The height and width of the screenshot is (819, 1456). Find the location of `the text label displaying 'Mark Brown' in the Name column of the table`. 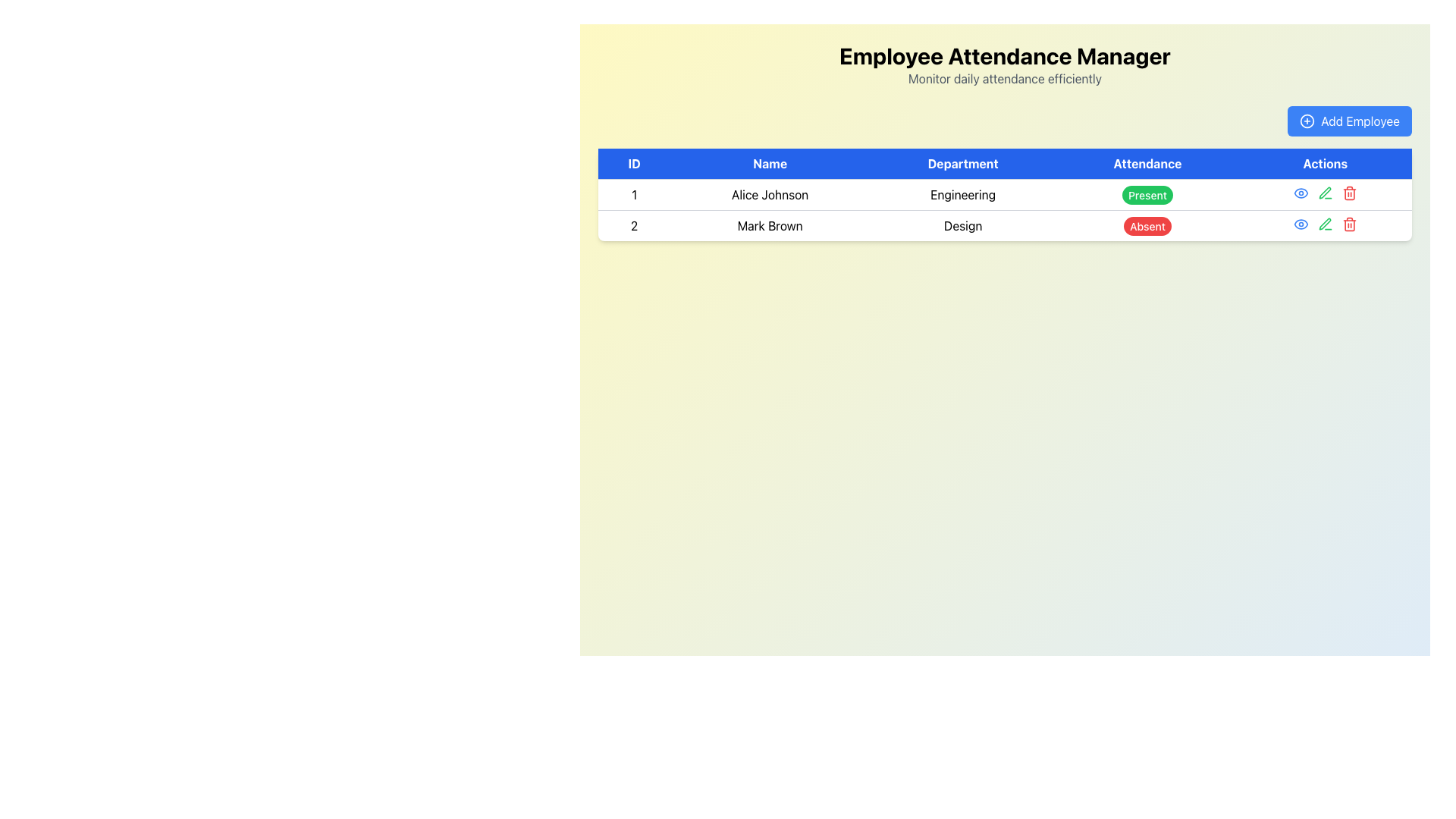

the text label displaying 'Mark Brown' in the Name column of the table is located at coordinates (770, 225).